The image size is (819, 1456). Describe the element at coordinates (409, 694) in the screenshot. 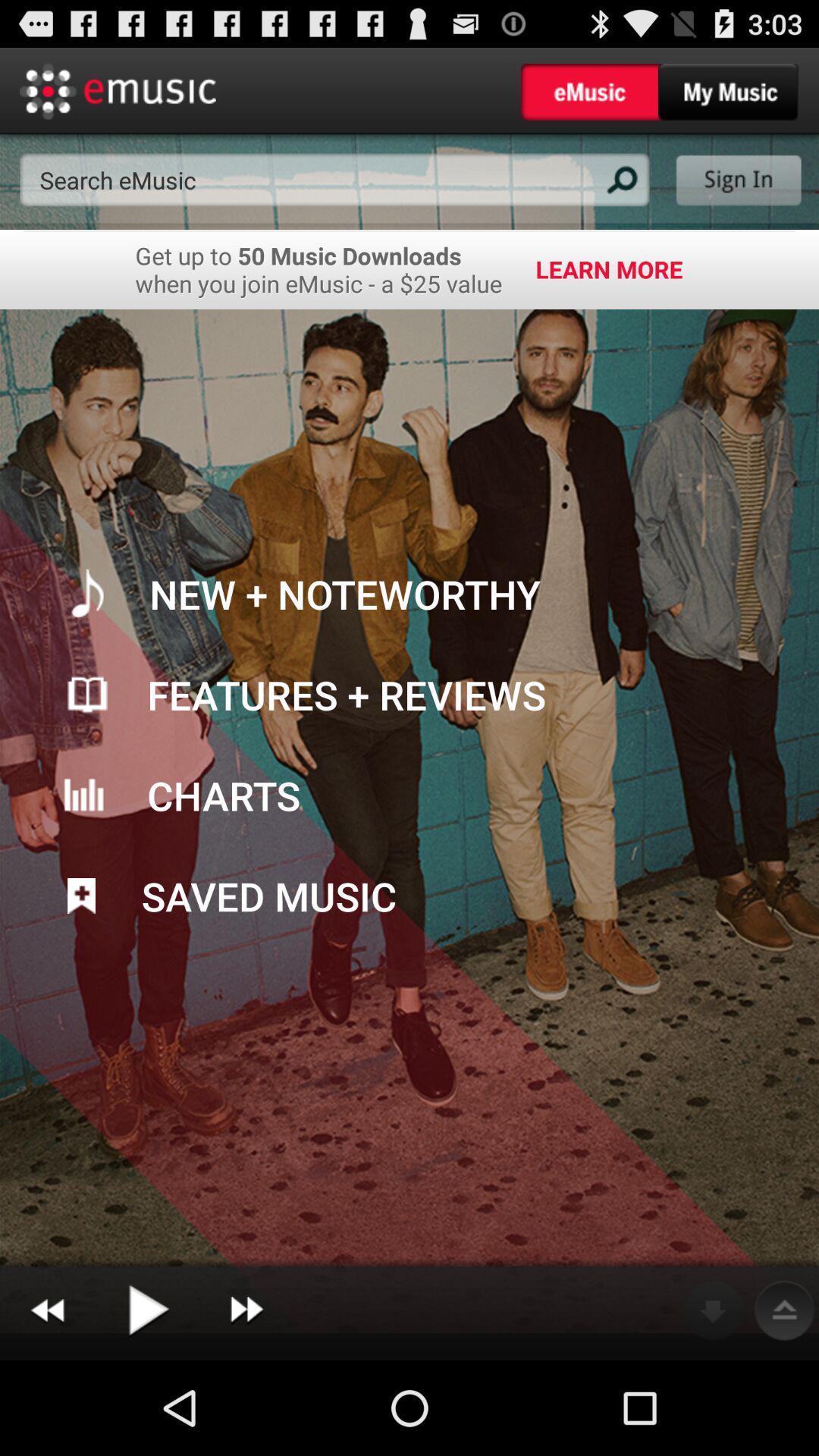

I see `option above charts option` at that location.